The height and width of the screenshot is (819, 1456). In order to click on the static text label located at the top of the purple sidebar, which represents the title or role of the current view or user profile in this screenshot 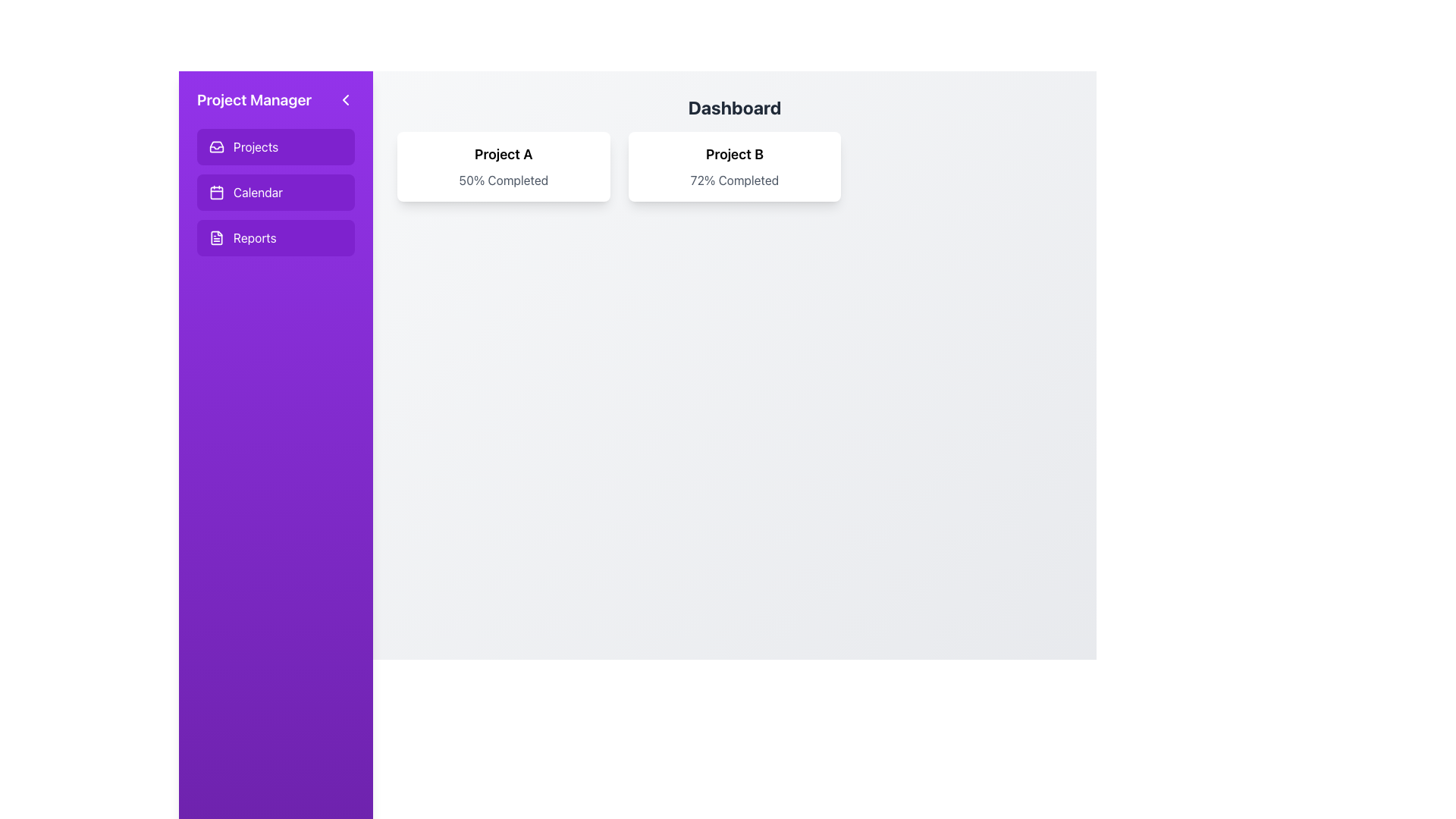, I will do `click(254, 99)`.